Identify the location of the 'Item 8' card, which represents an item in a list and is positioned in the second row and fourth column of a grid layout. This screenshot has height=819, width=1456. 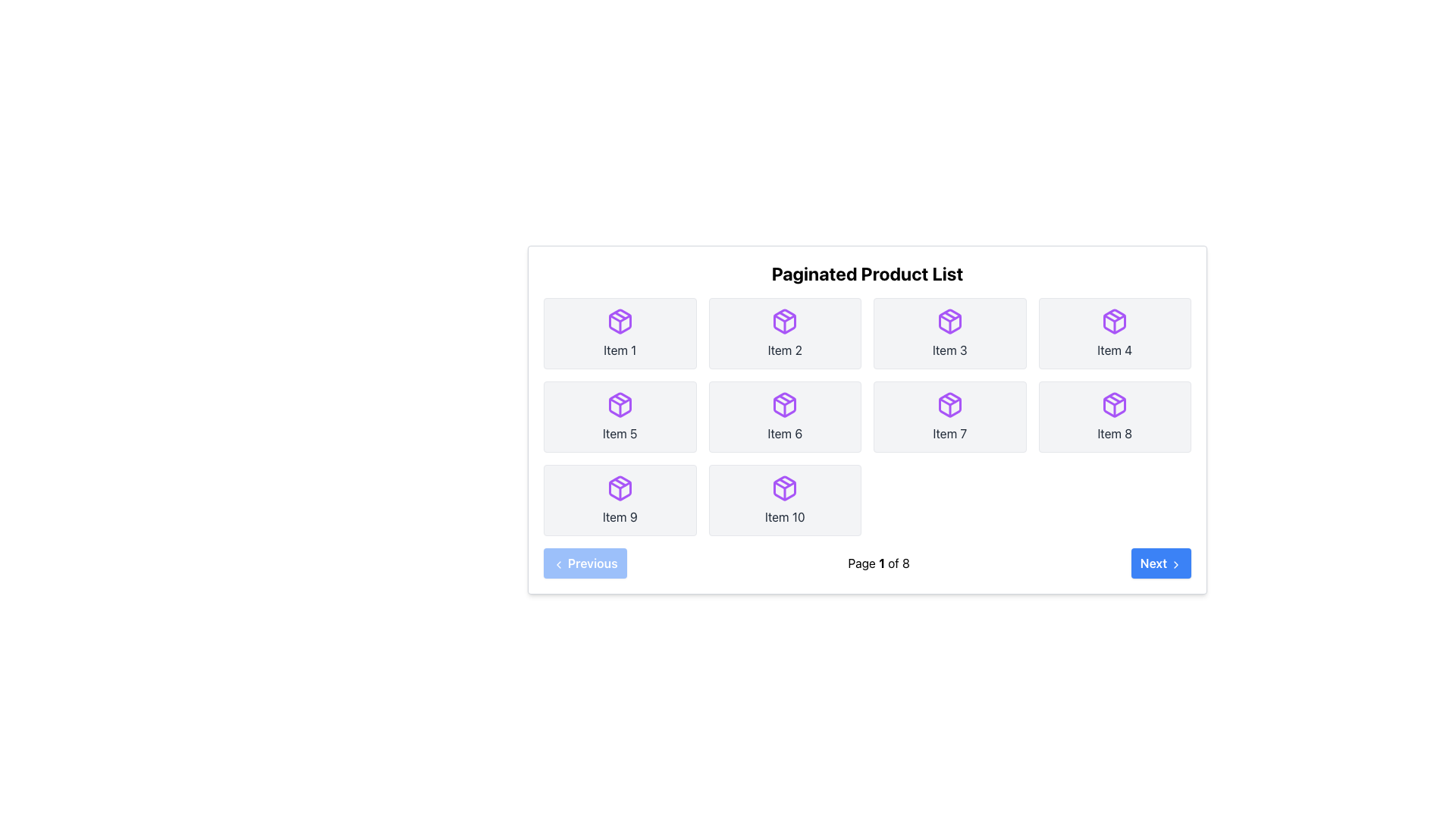
(1115, 417).